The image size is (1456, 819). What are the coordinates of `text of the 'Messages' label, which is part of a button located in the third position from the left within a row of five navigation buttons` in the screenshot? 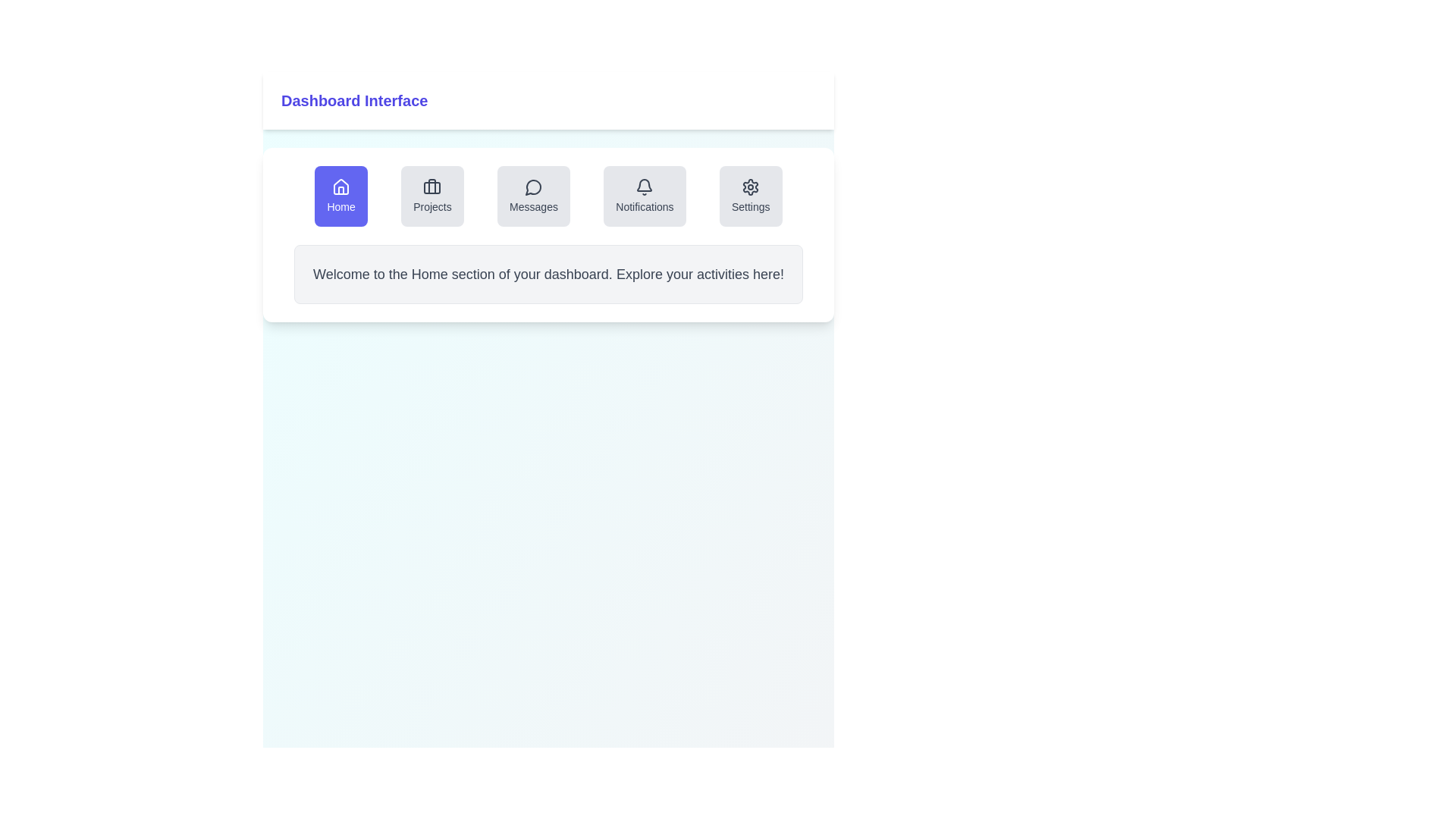 It's located at (534, 207).